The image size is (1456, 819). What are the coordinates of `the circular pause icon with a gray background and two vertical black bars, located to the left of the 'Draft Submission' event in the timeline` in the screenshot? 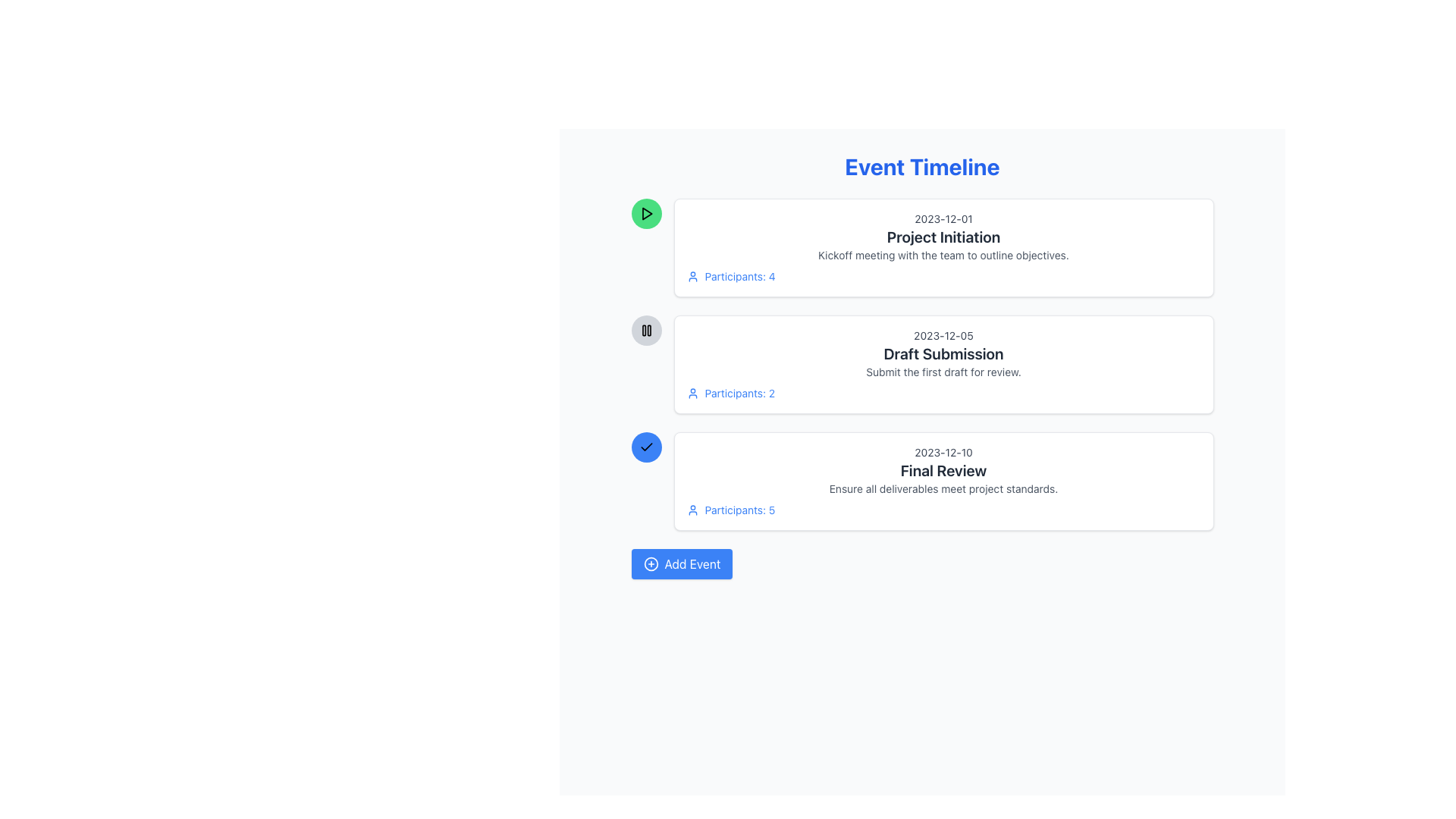 It's located at (646, 329).